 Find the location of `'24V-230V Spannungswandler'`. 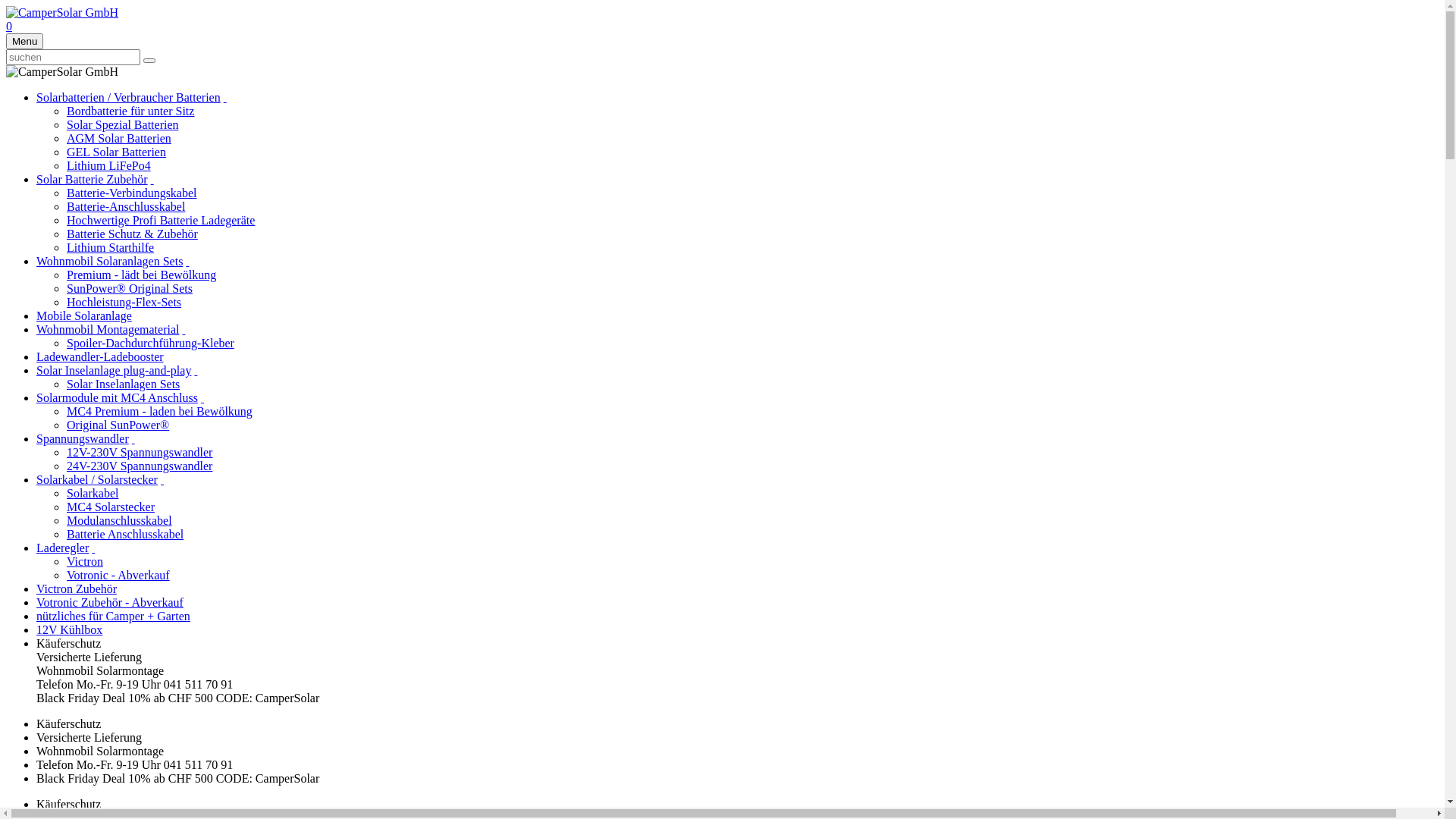

'24V-230V Spannungswandler' is located at coordinates (65, 465).